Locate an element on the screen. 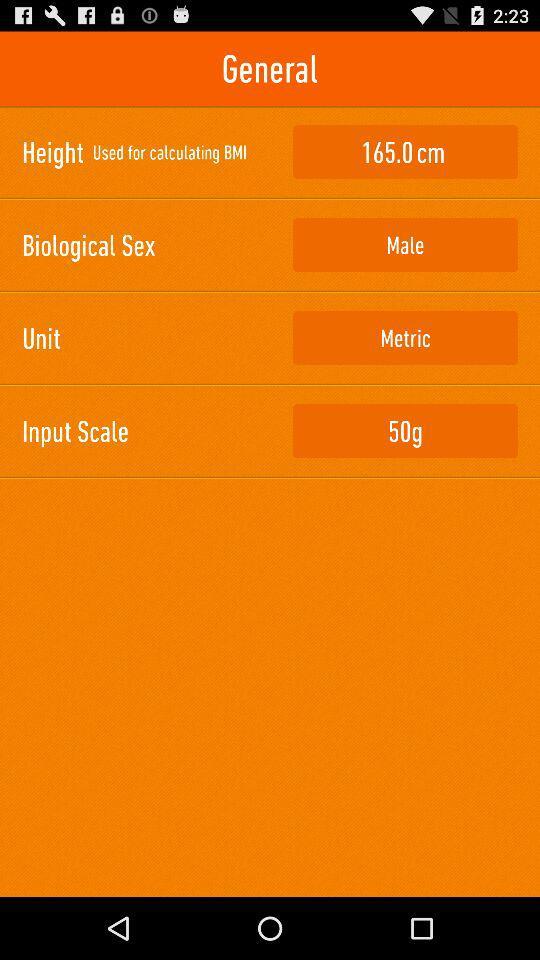 Image resolution: width=540 pixels, height=960 pixels. the icon to the right of used for calculating is located at coordinates (405, 151).